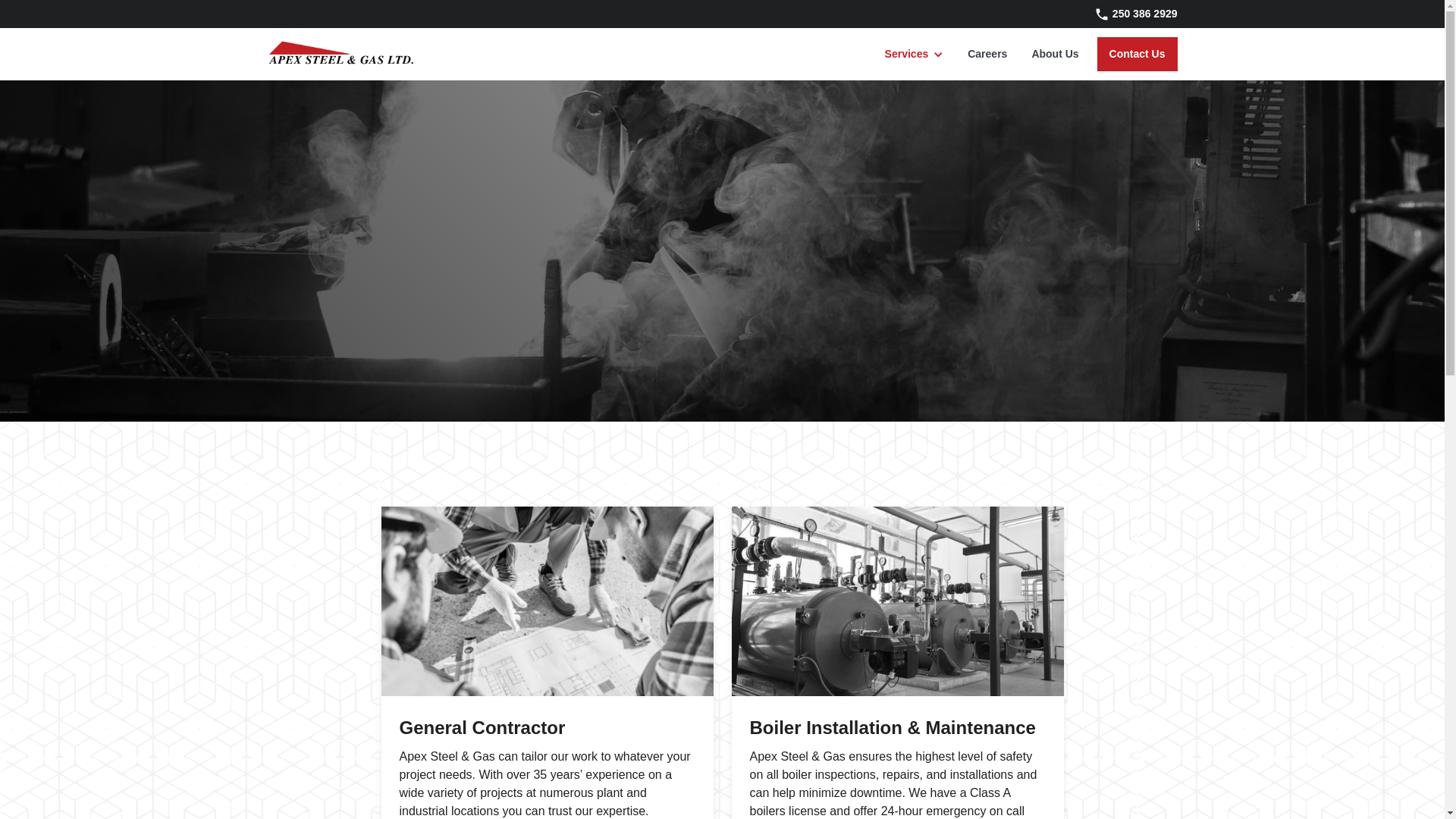 This screenshot has height=819, width=1456. What do you see at coordinates (906, 53) in the screenshot?
I see `'Services'` at bounding box center [906, 53].